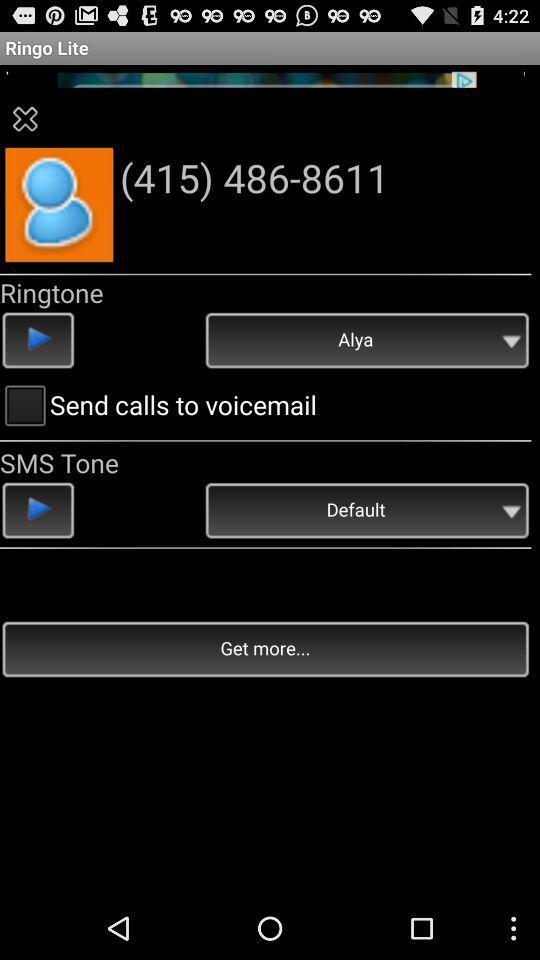 The height and width of the screenshot is (960, 540). What do you see at coordinates (38, 364) in the screenshot?
I see `the play icon` at bounding box center [38, 364].